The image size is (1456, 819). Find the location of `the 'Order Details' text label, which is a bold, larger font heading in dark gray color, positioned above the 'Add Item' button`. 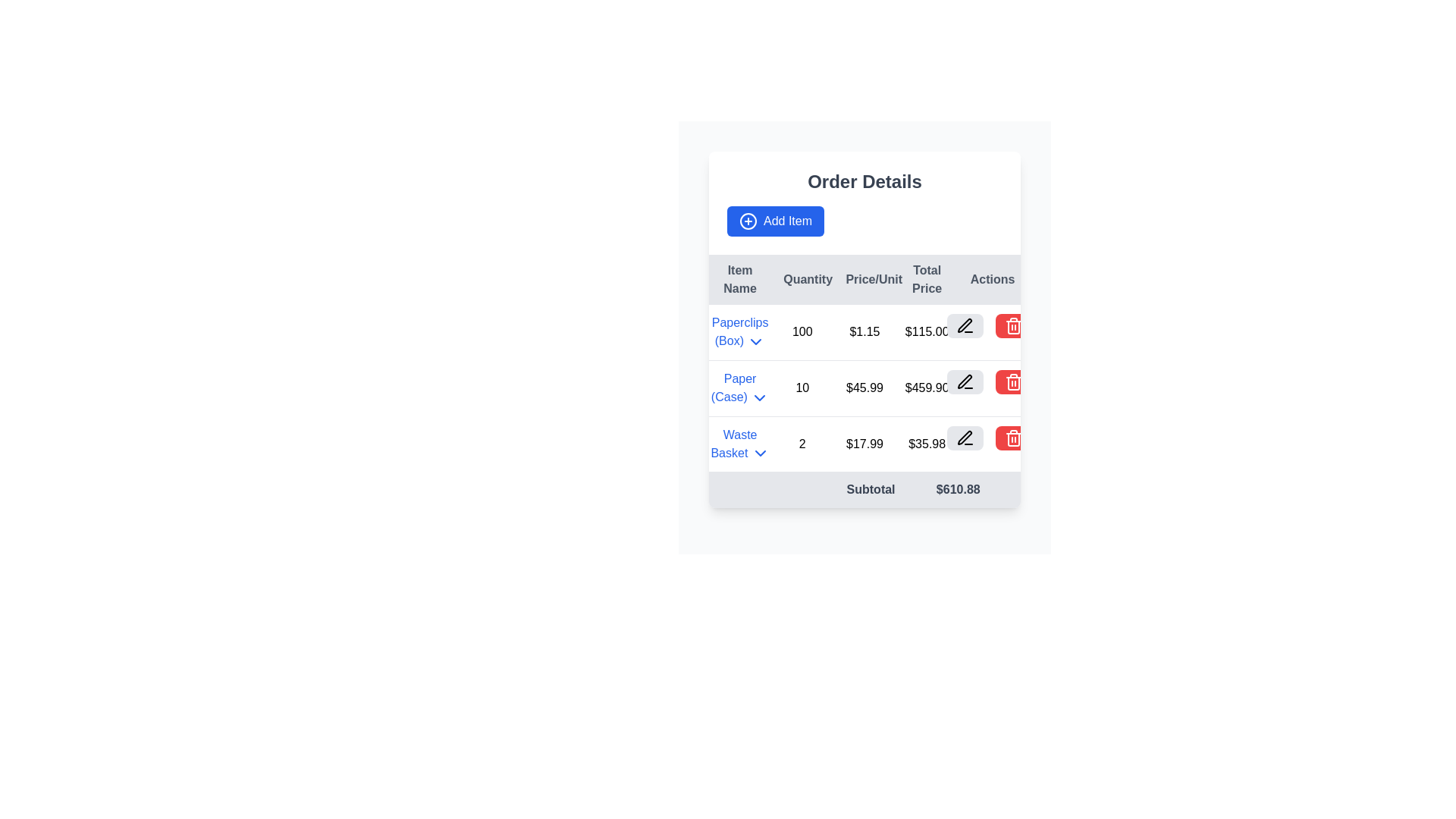

the 'Order Details' text label, which is a bold, larger font heading in dark gray color, positioned above the 'Add Item' button is located at coordinates (864, 180).